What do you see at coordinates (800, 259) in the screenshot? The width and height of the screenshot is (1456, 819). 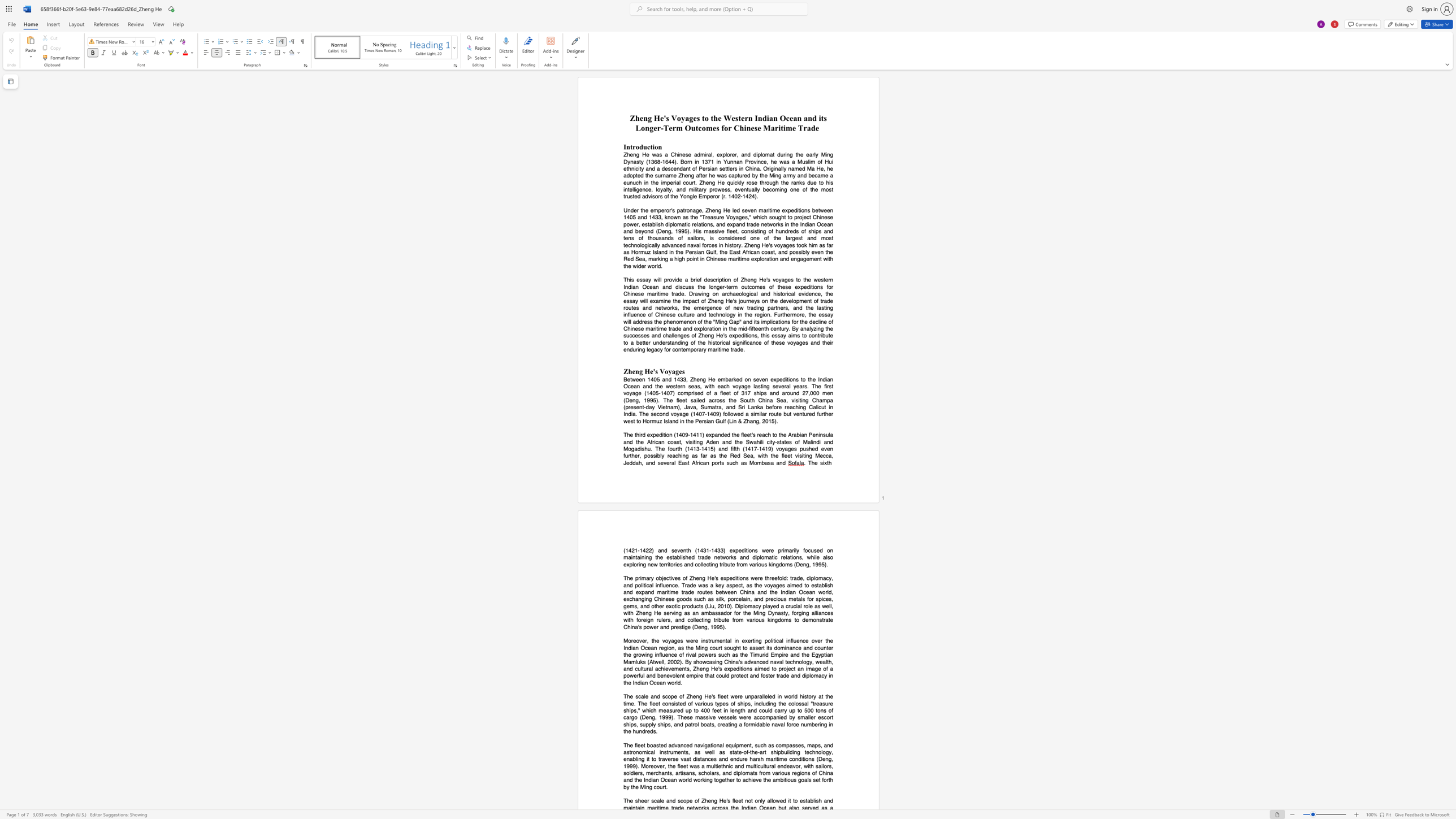 I see `the subset text "agem" within the text "the Red Sea, marking a high point in Chinese maritime exploration and engagement with the wider world."` at bounding box center [800, 259].